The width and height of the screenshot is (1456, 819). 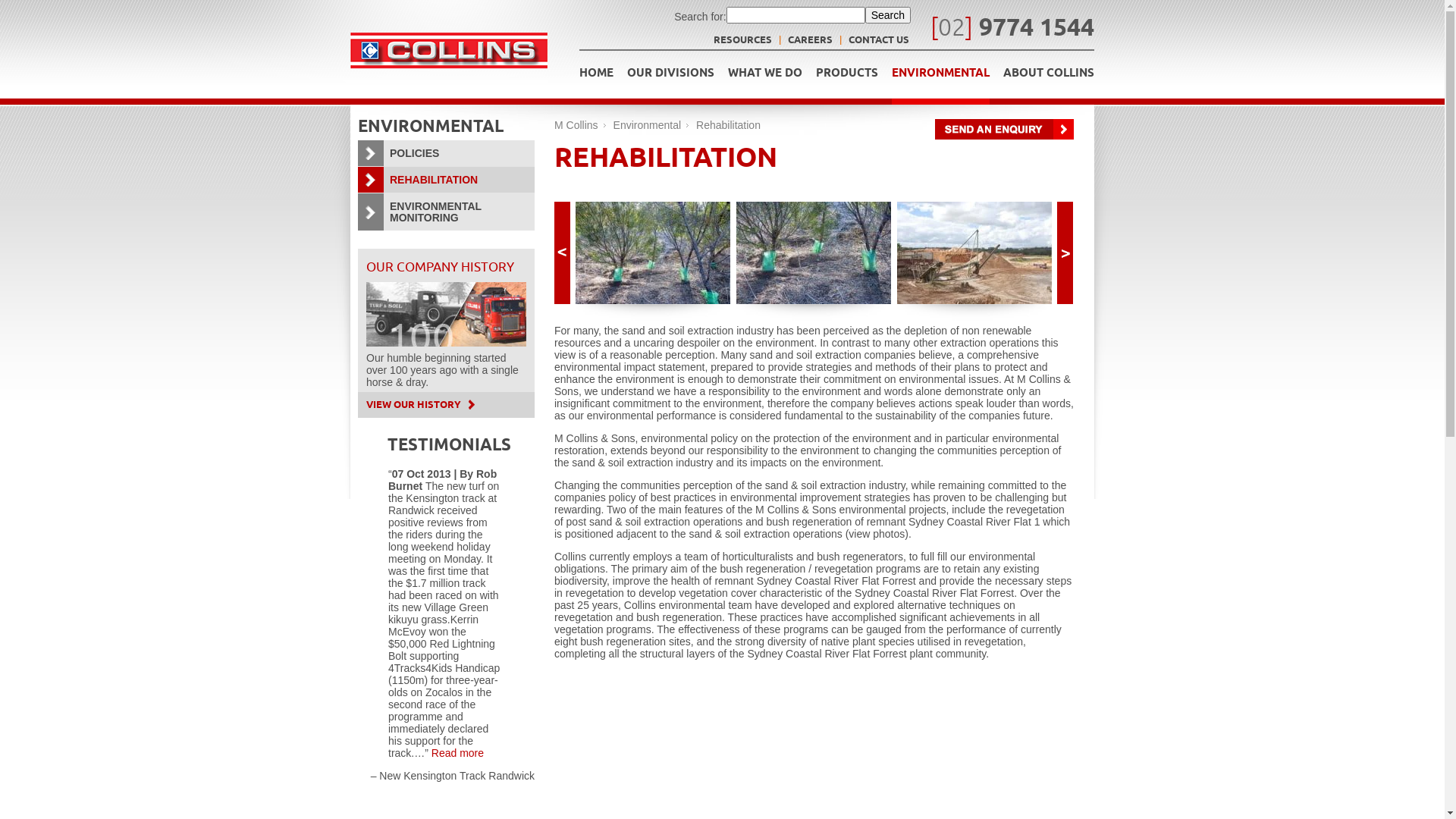 What do you see at coordinates (787, 40) in the screenshot?
I see `'CAREERS'` at bounding box center [787, 40].